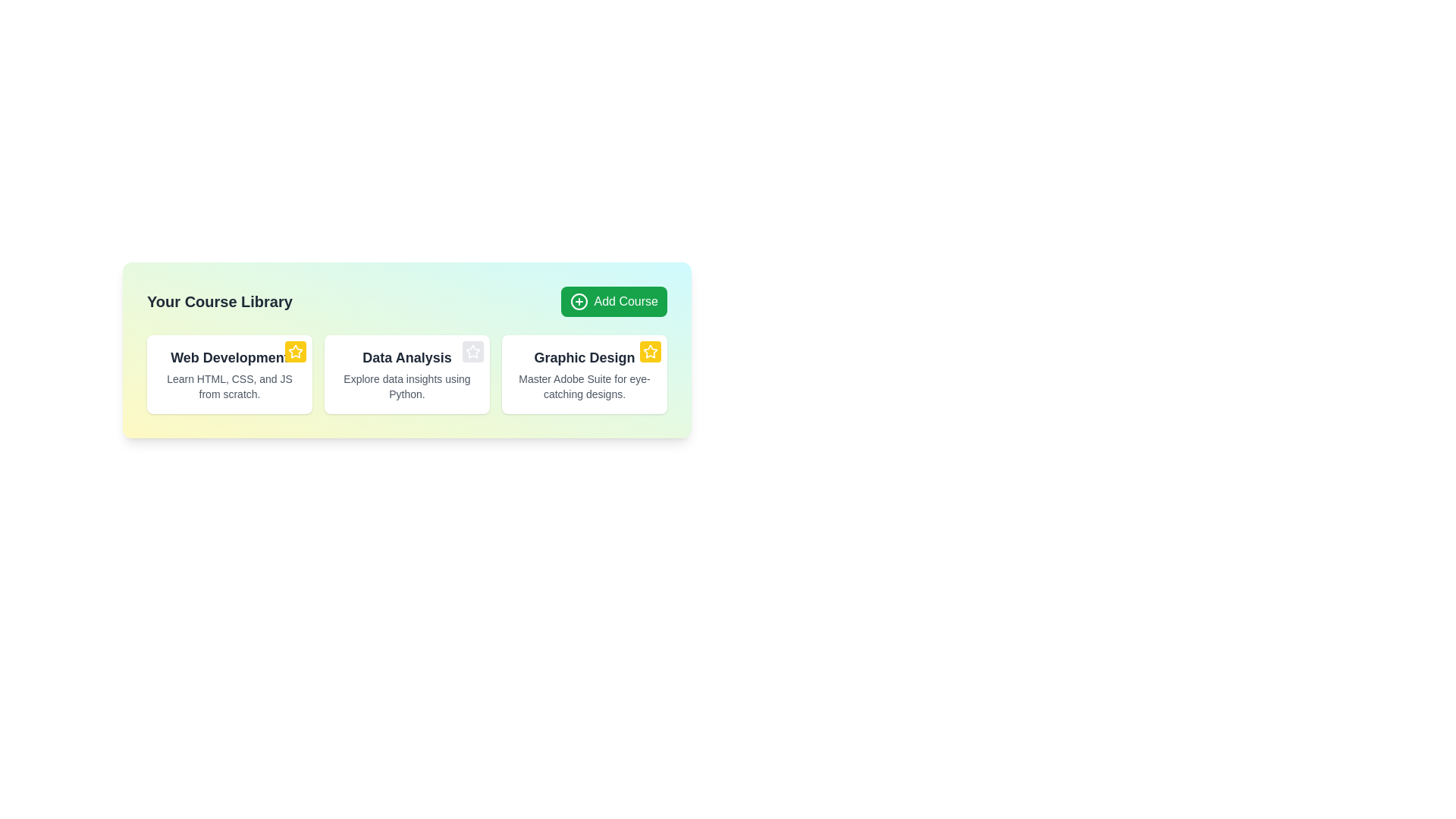  What do you see at coordinates (651, 351) in the screenshot?
I see `the star icon in the yellow-highlighted area at the top-right corner of the 'Graphic Design' tile` at bounding box center [651, 351].